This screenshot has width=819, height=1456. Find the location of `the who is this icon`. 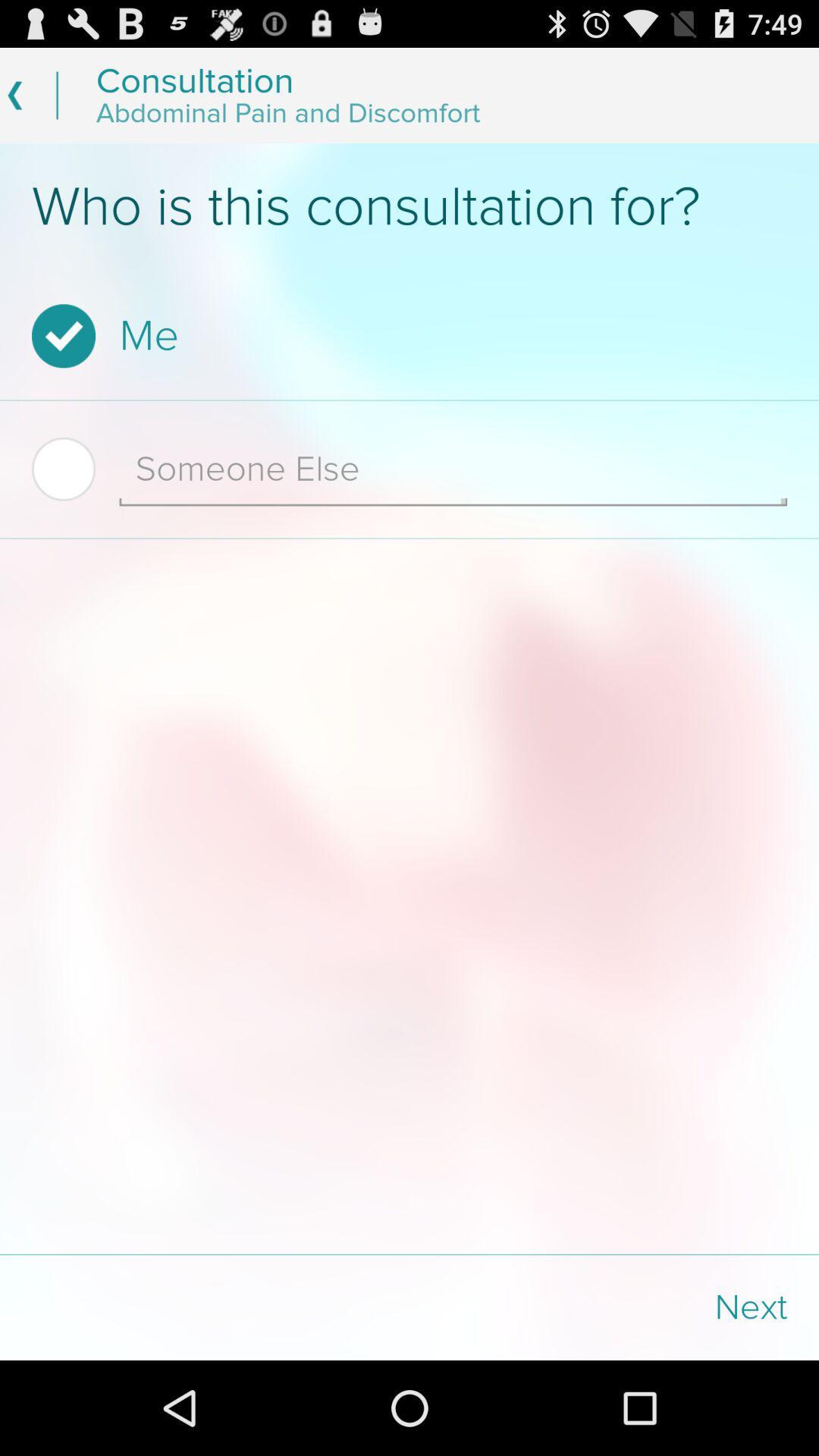

the who is this icon is located at coordinates (409, 206).